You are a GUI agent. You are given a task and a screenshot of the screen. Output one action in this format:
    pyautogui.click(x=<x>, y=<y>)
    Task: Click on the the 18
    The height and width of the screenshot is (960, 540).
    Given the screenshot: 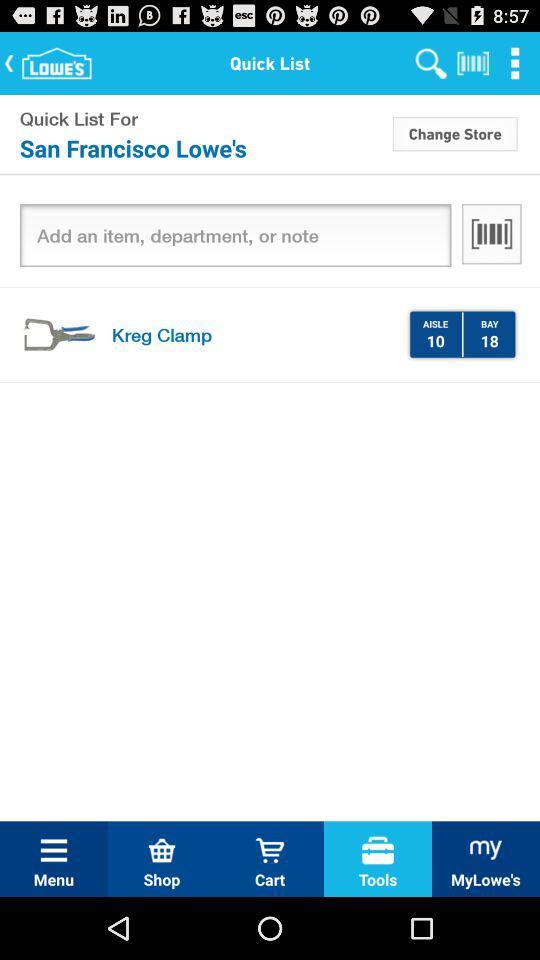 What is the action you would take?
    pyautogui.click(x=488, y=340)
    